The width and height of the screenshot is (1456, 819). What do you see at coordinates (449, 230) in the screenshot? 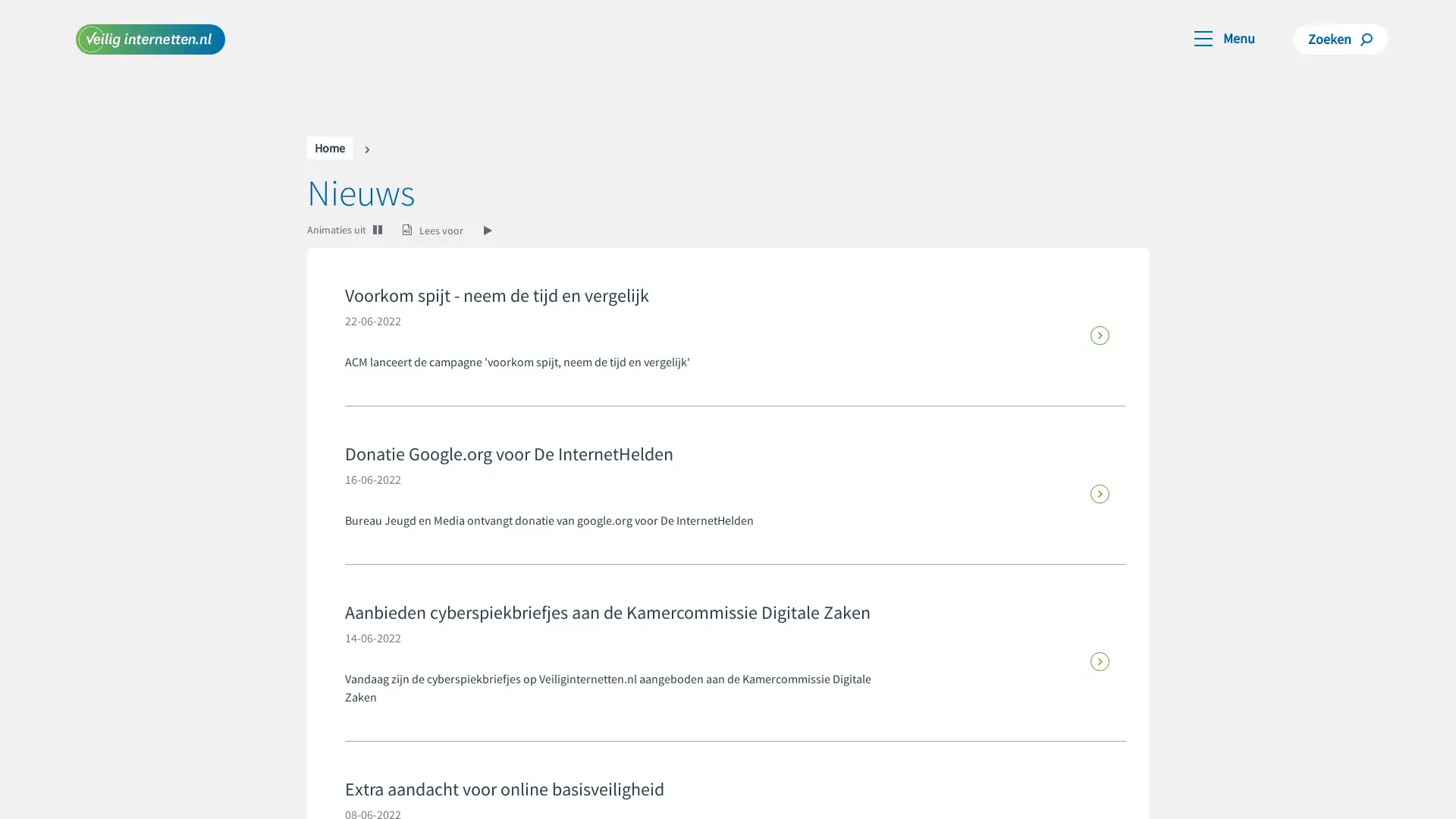
I see `Lees voor` at bounding box center [449, 230].